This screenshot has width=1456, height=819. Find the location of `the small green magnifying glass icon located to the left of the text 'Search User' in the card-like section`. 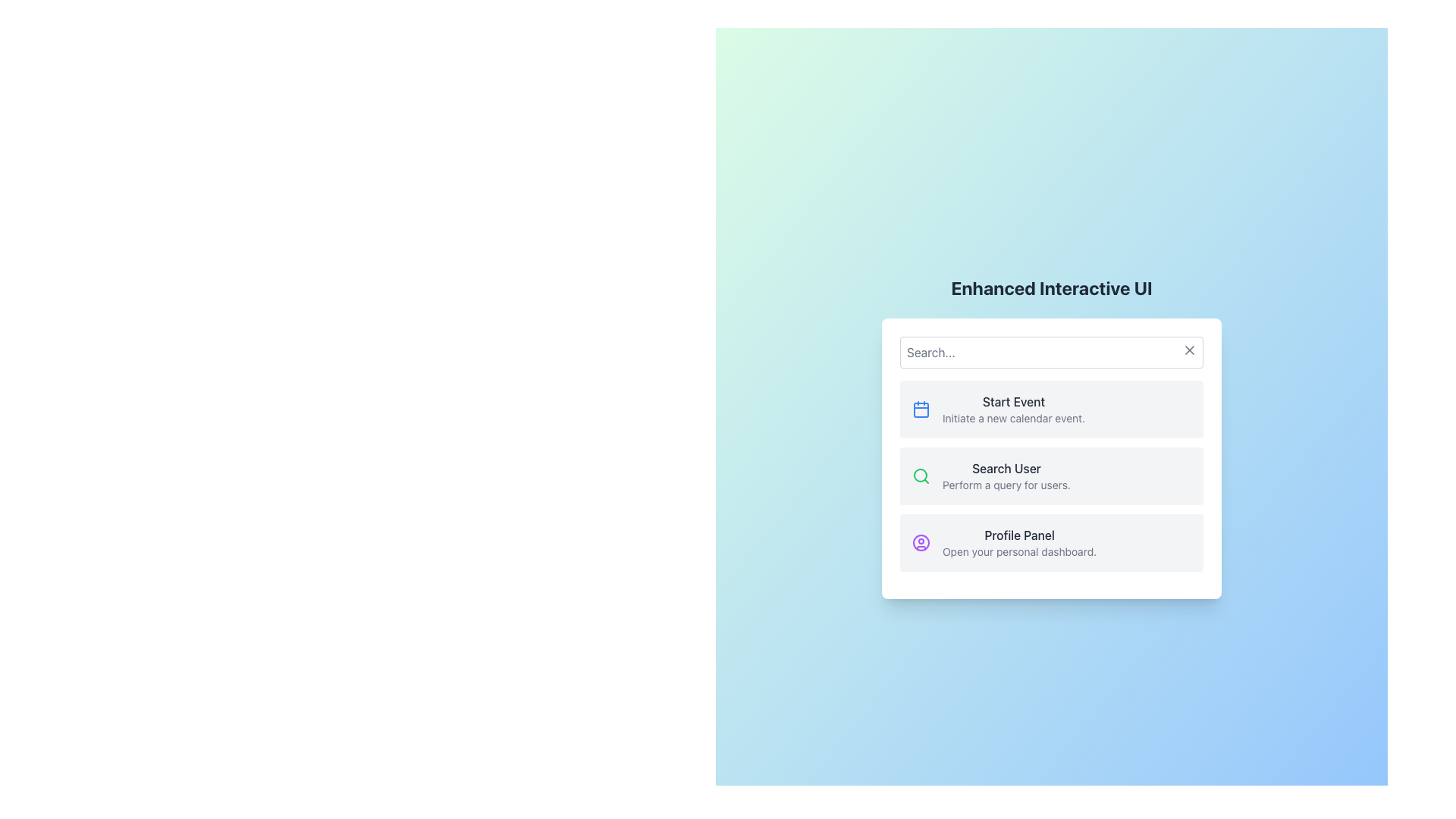

the small green magnifying glass icon located to the left of the text 'Search User' in the card-like section is located at coordinates (920, 475).